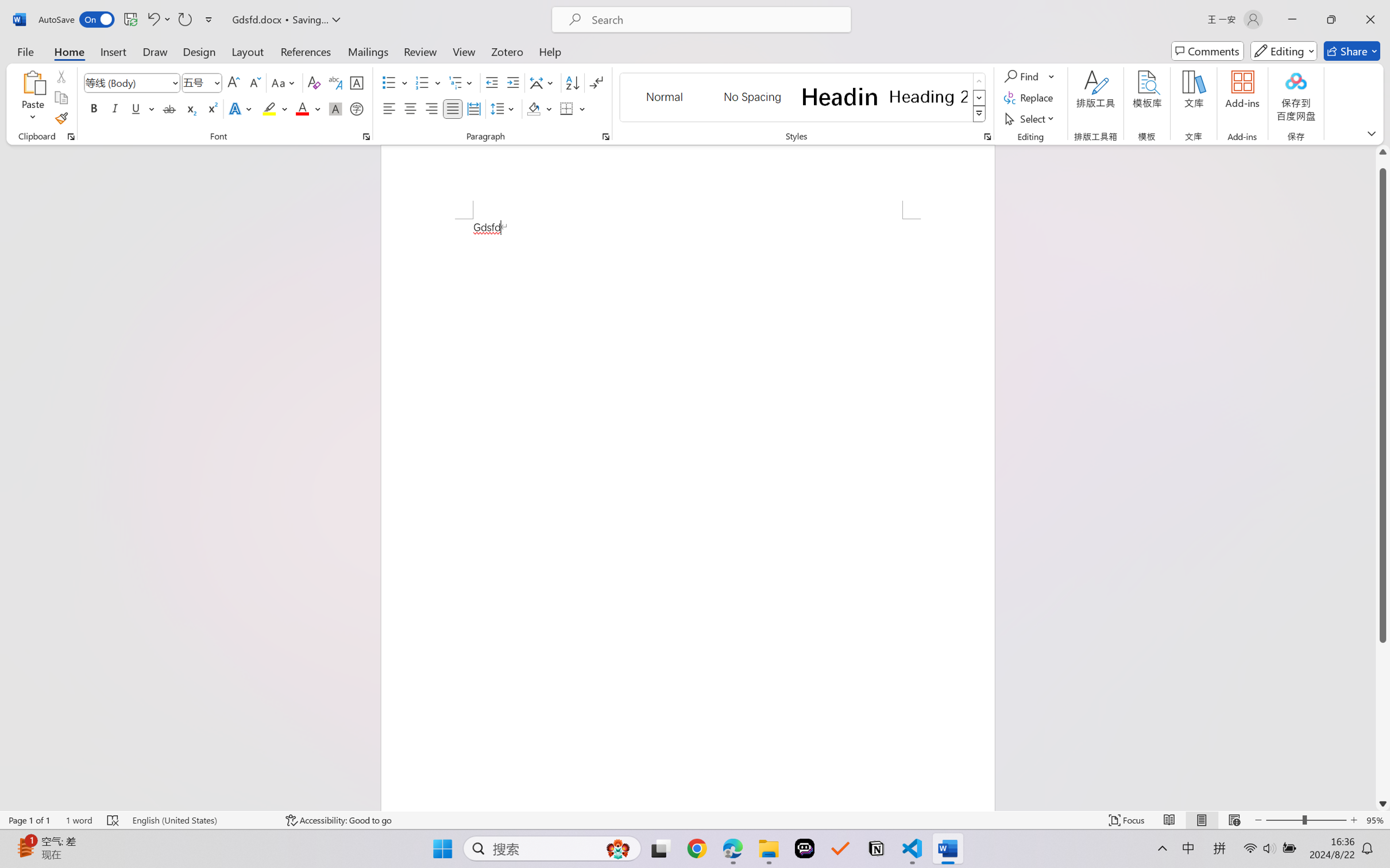 Image resolution: width=1390 pixels, height=868 pixels. I want to click on 'Character Border', so click(357, 83).